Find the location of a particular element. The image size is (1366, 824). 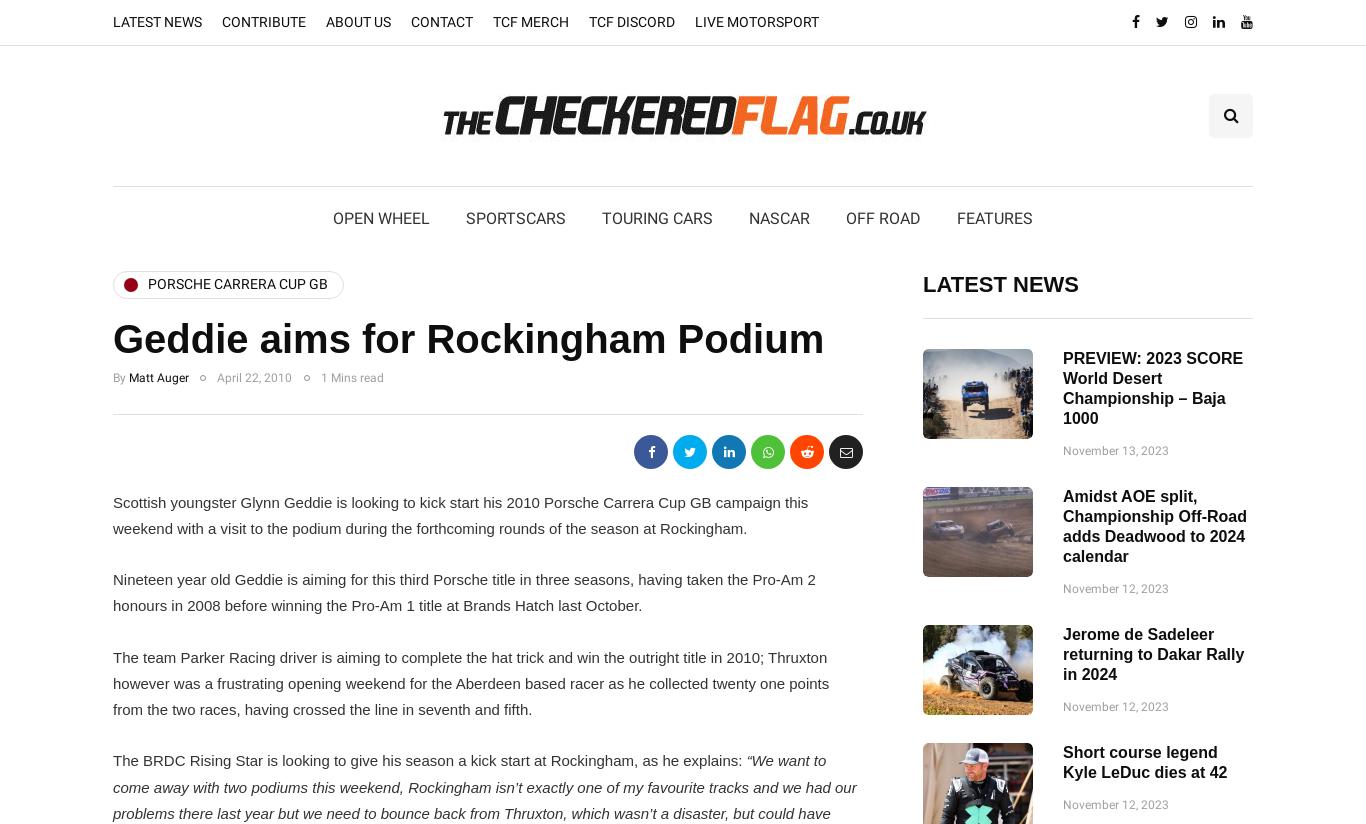

'Sportscars' is located at coordinates (515, 216).